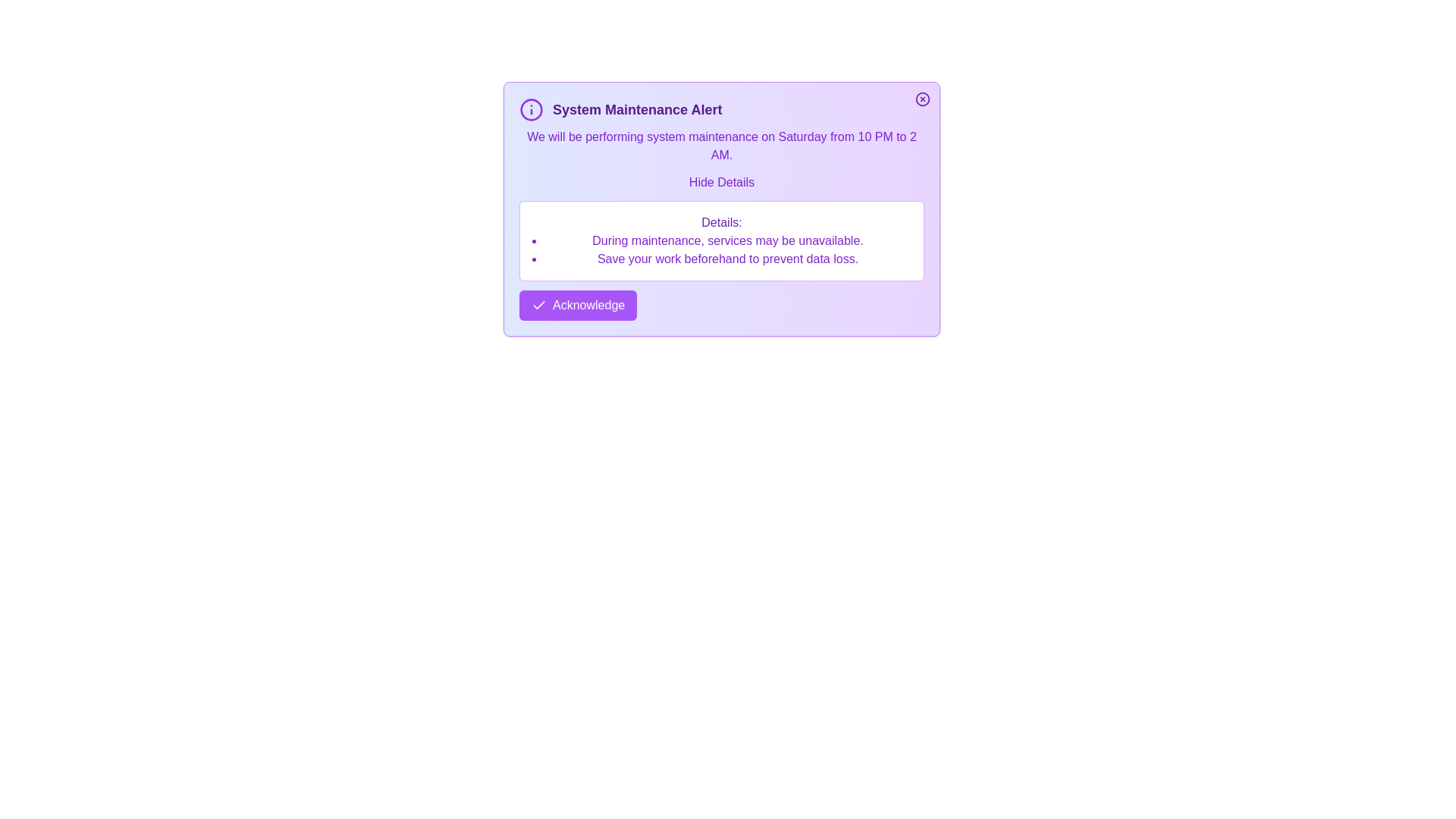 The width and height of the screenshot is (1456, 819). I want to click on the 'Hide Details' button to hide the additional details, so click(720, 181).